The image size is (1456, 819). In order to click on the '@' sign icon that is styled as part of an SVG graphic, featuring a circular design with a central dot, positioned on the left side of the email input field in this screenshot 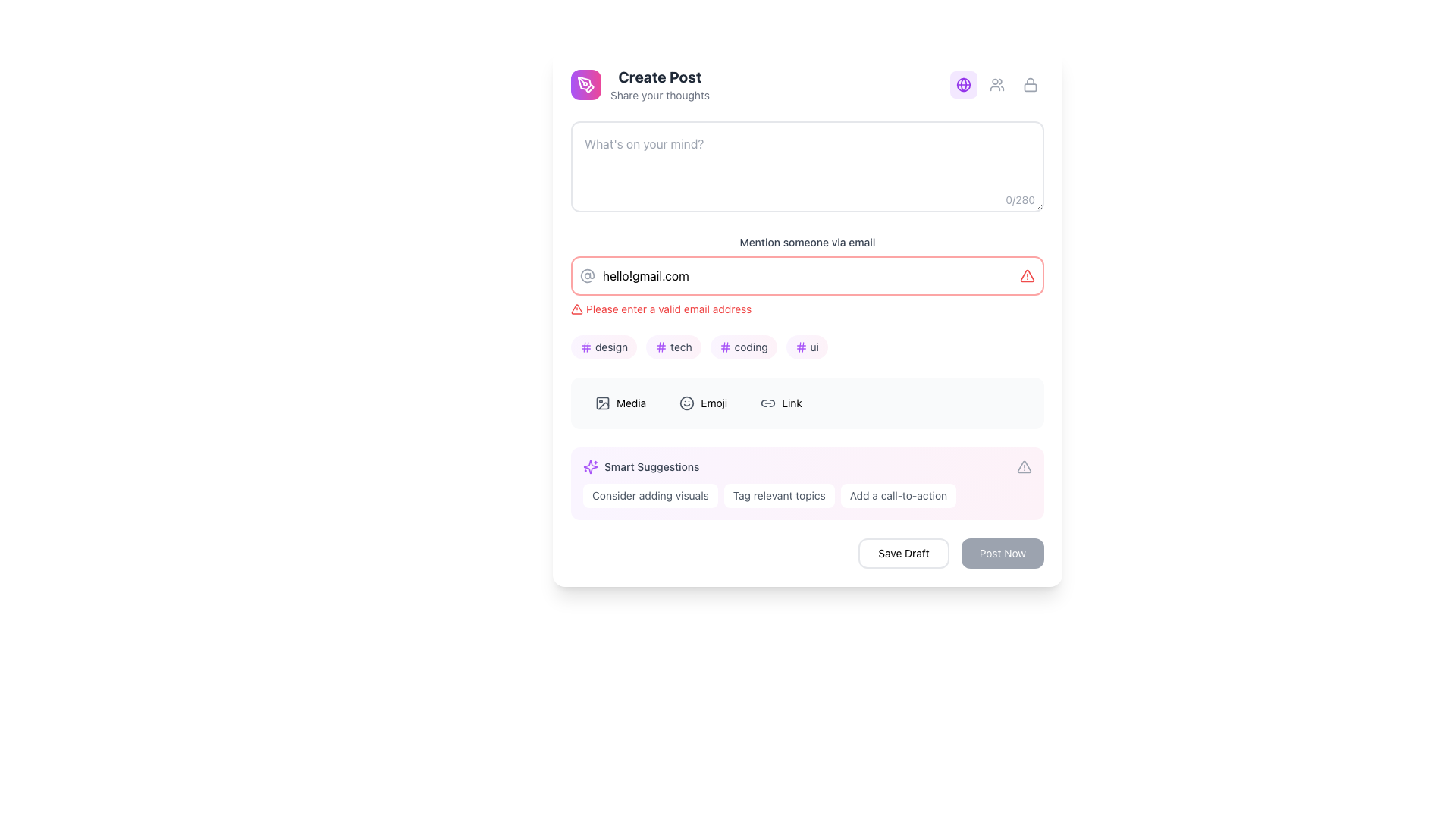, I will do `click(586, 275)`.